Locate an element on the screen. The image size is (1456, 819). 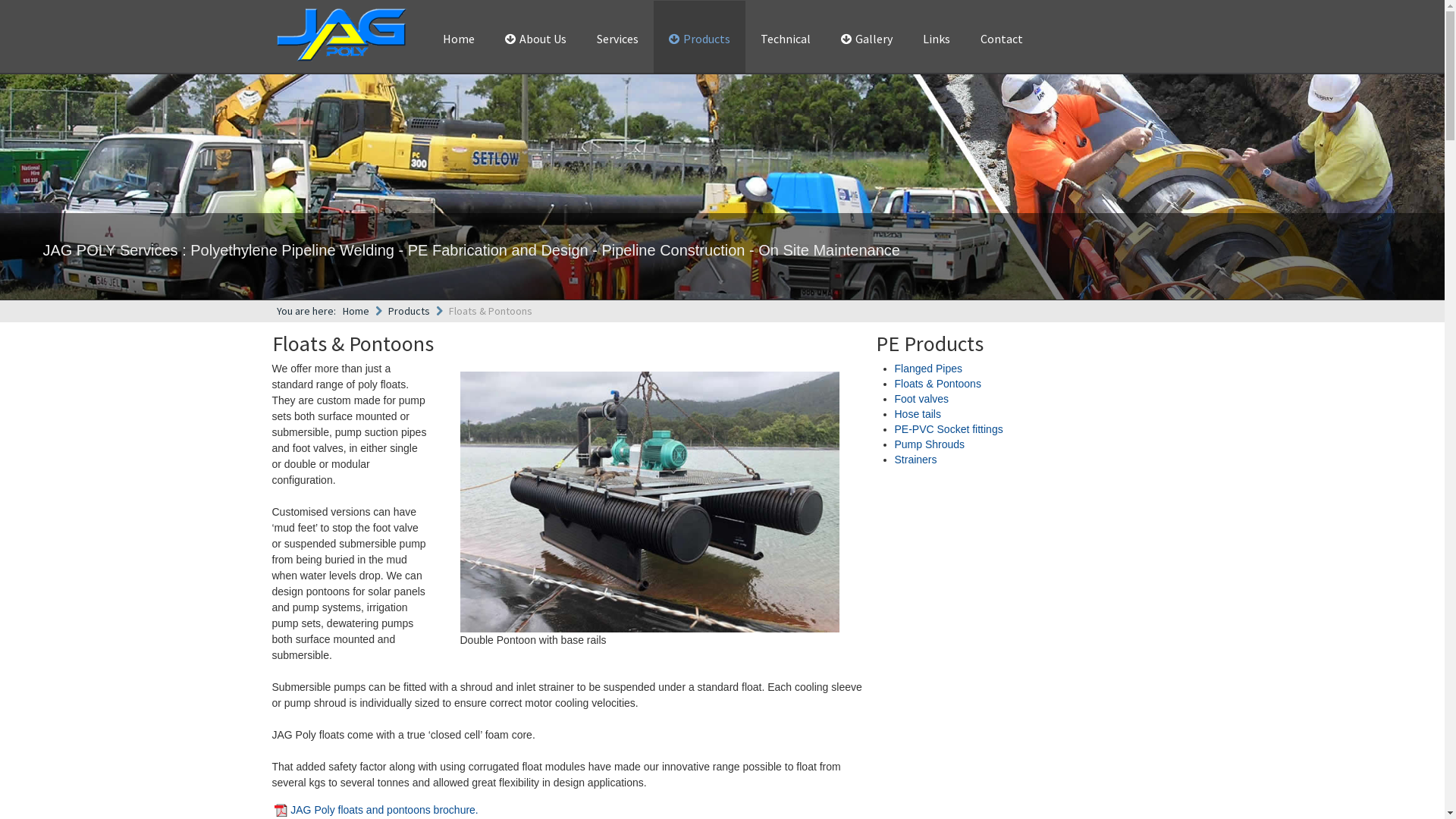
'Home' is located at coordinates (457, 38).